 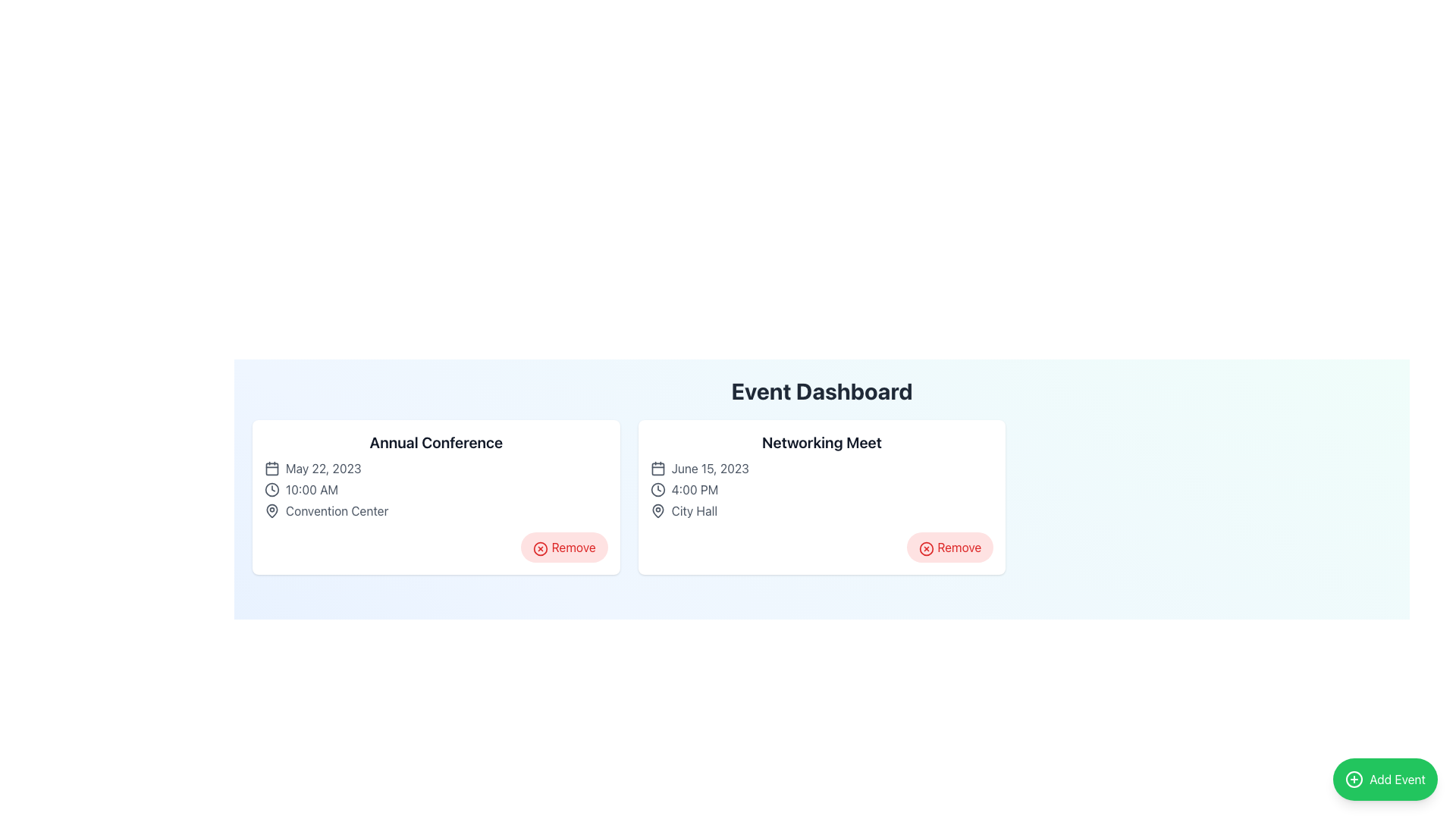 What do you see at coordinates (272, 467) in the screenshot?
I see `the rectangle with rounded corners that is part of the calendar icon on the left side of the date information in the 'Annual Conference' card` at bounding box center [272, 467].